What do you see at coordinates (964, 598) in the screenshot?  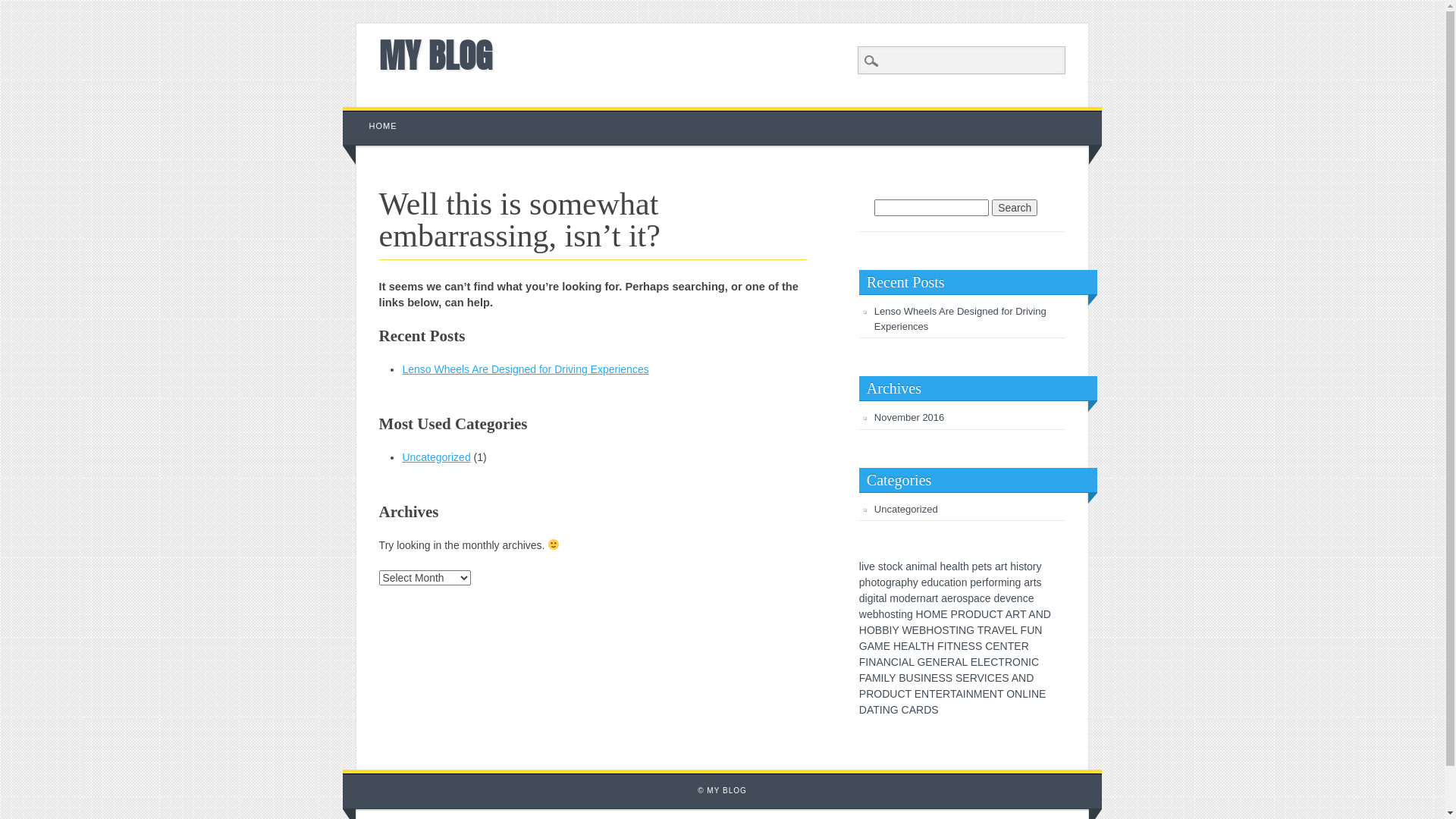 I see `'s'` at bounding box center [964, 598].